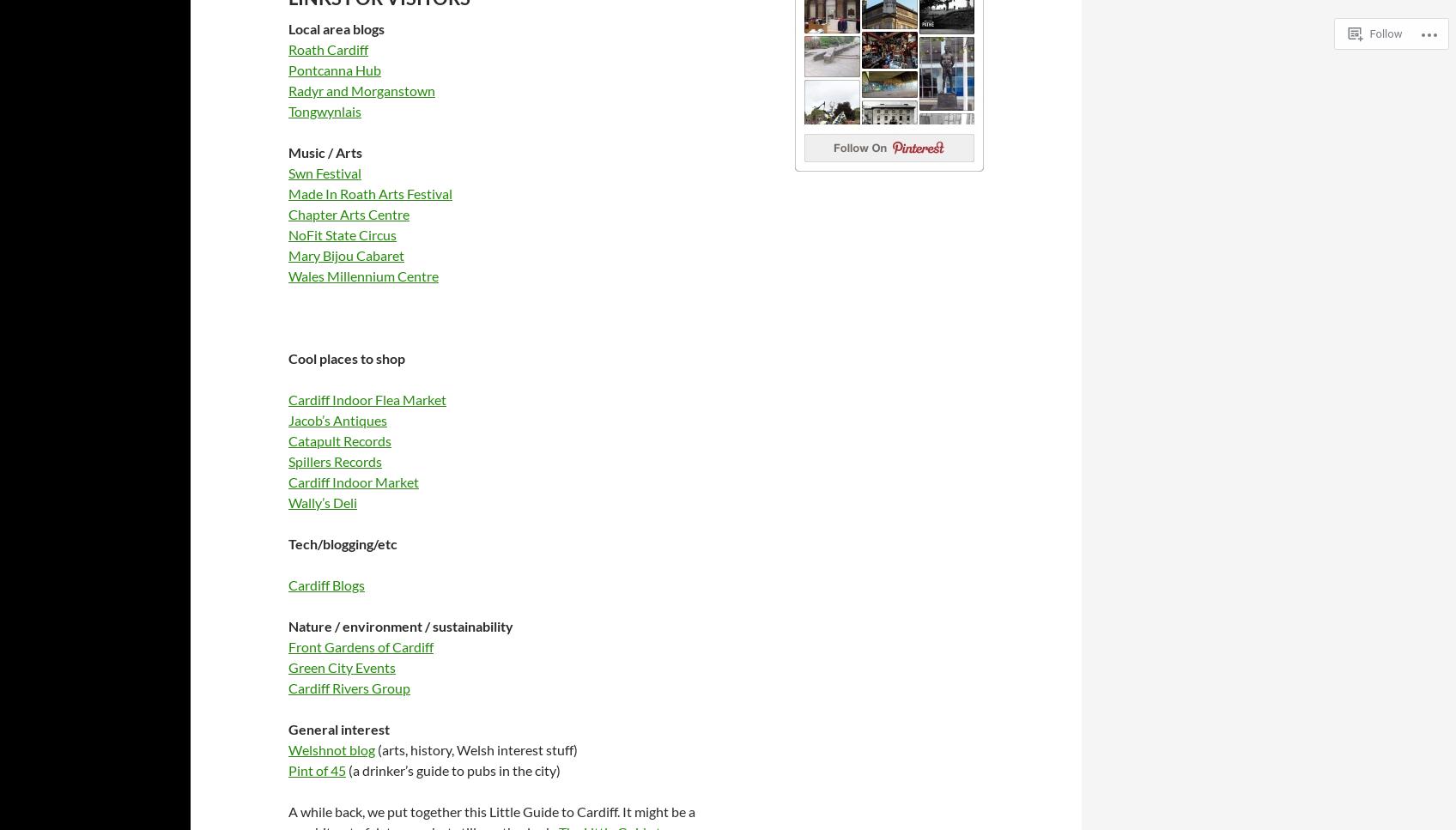 The width and height of the screenshot is (1456, 830). What do you see at coordinates (362, 275) in the screenshot?
I see `'Wales Millennium Centre'` at bounding box center [362, 275].